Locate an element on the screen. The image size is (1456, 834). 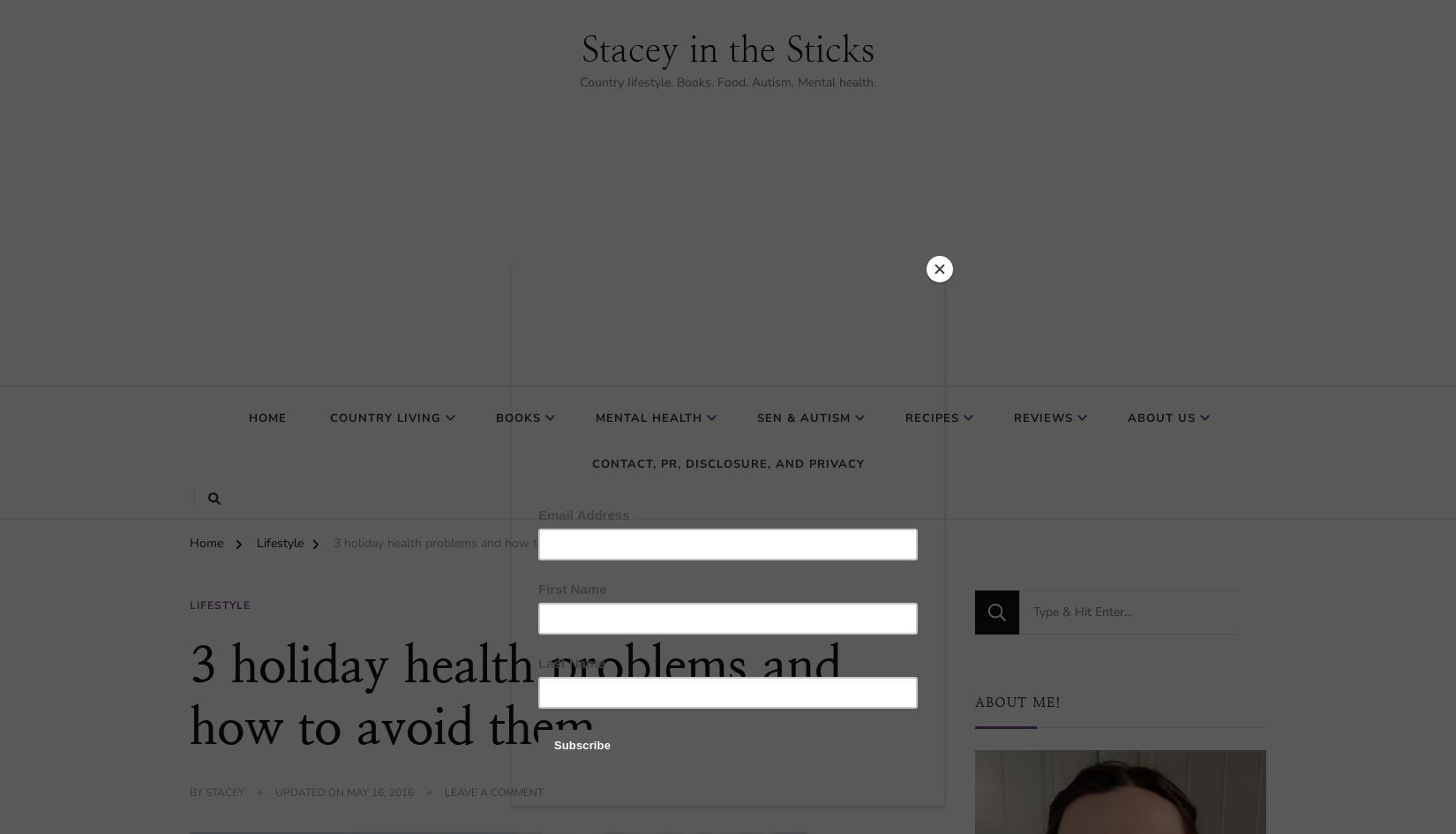
'Mental Health' is located at coordinates (595, 417).